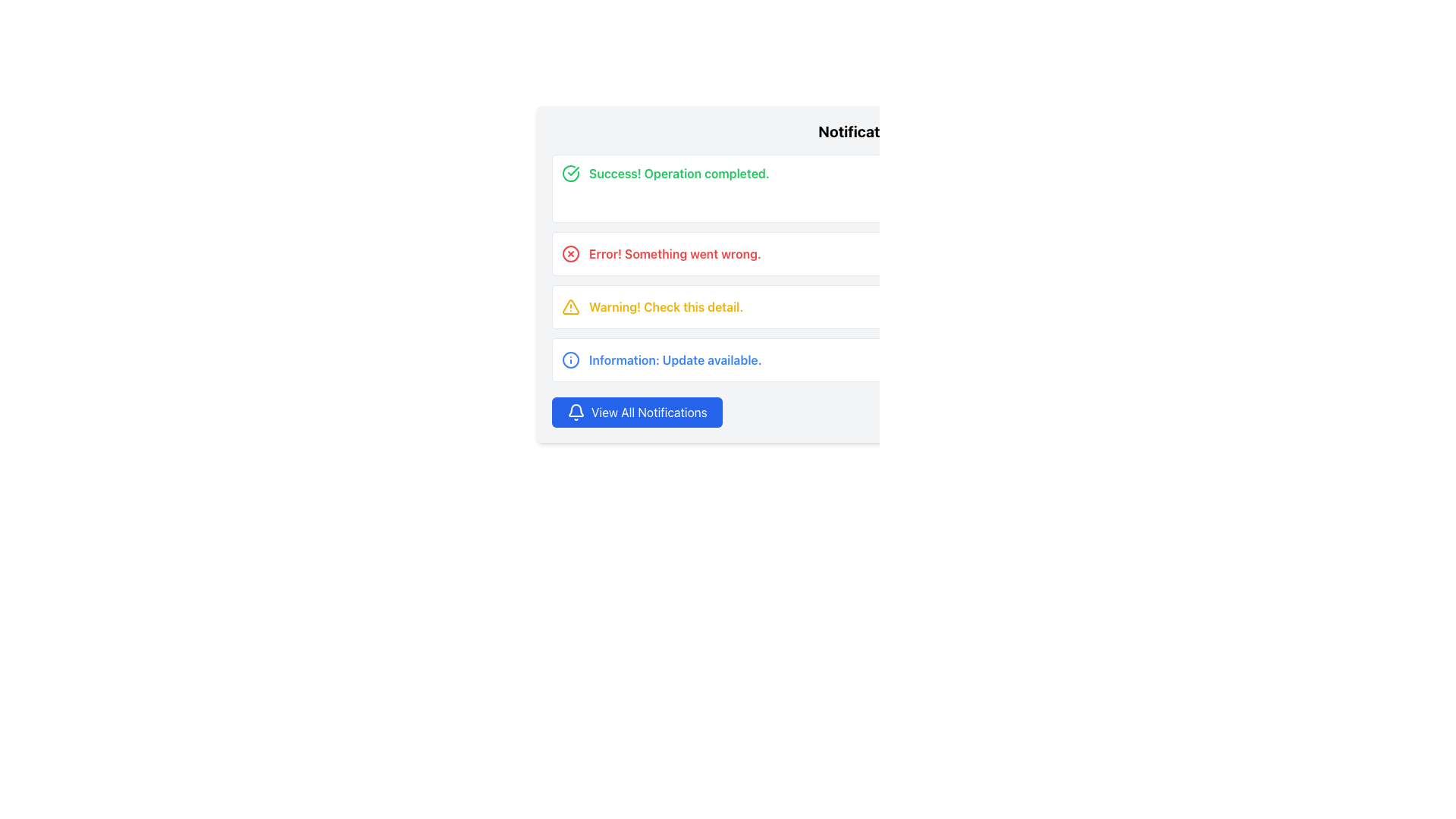 This screenshot has width=1456, height=819. I want to click on the SVG Circle that represents the information icon's outline in the 'Information: Update available' section, so click(570, 359).